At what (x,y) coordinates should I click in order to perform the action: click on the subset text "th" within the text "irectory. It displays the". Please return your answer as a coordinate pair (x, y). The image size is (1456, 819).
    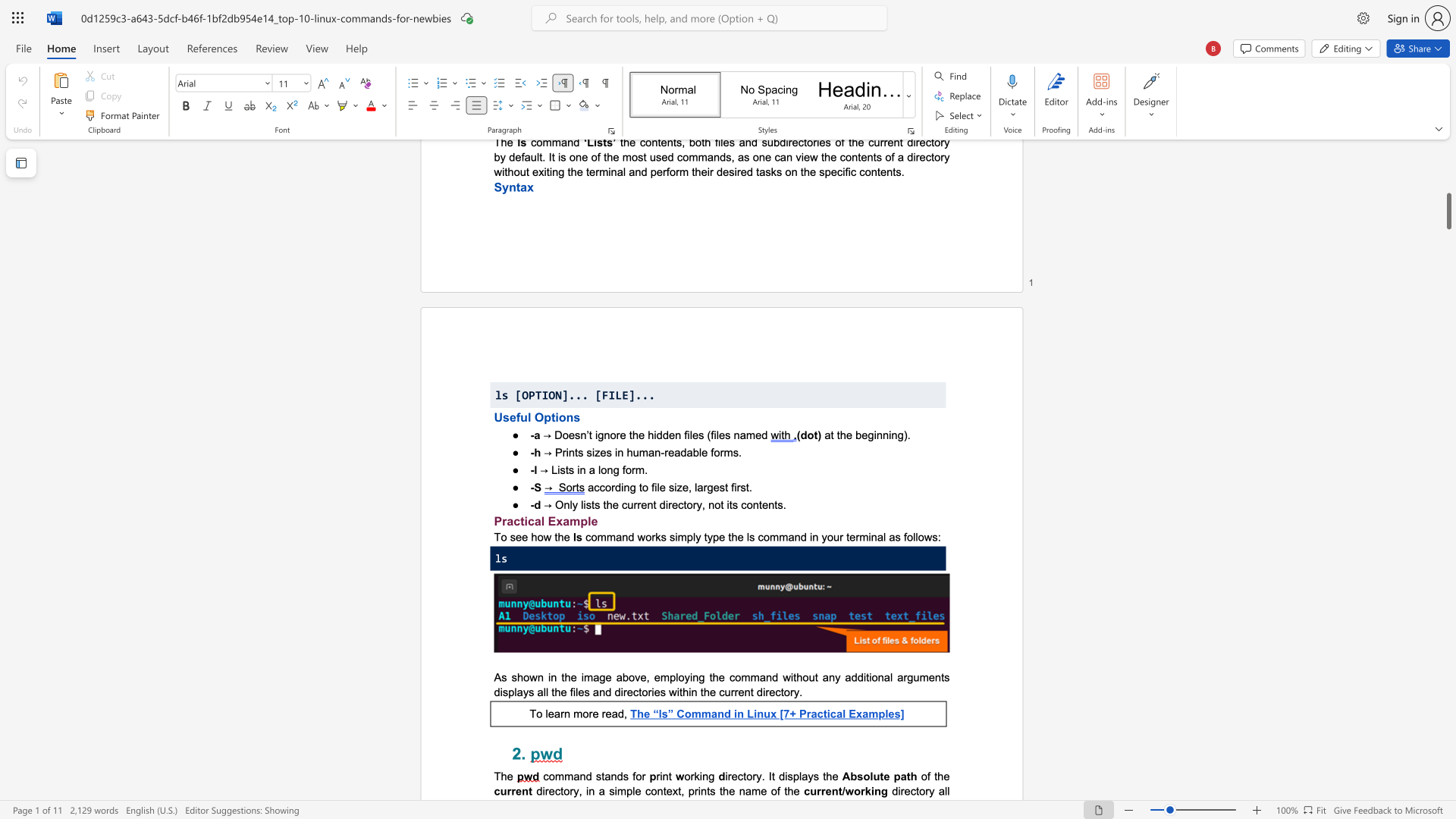
    Looking at the image, I should click on (822, 776).